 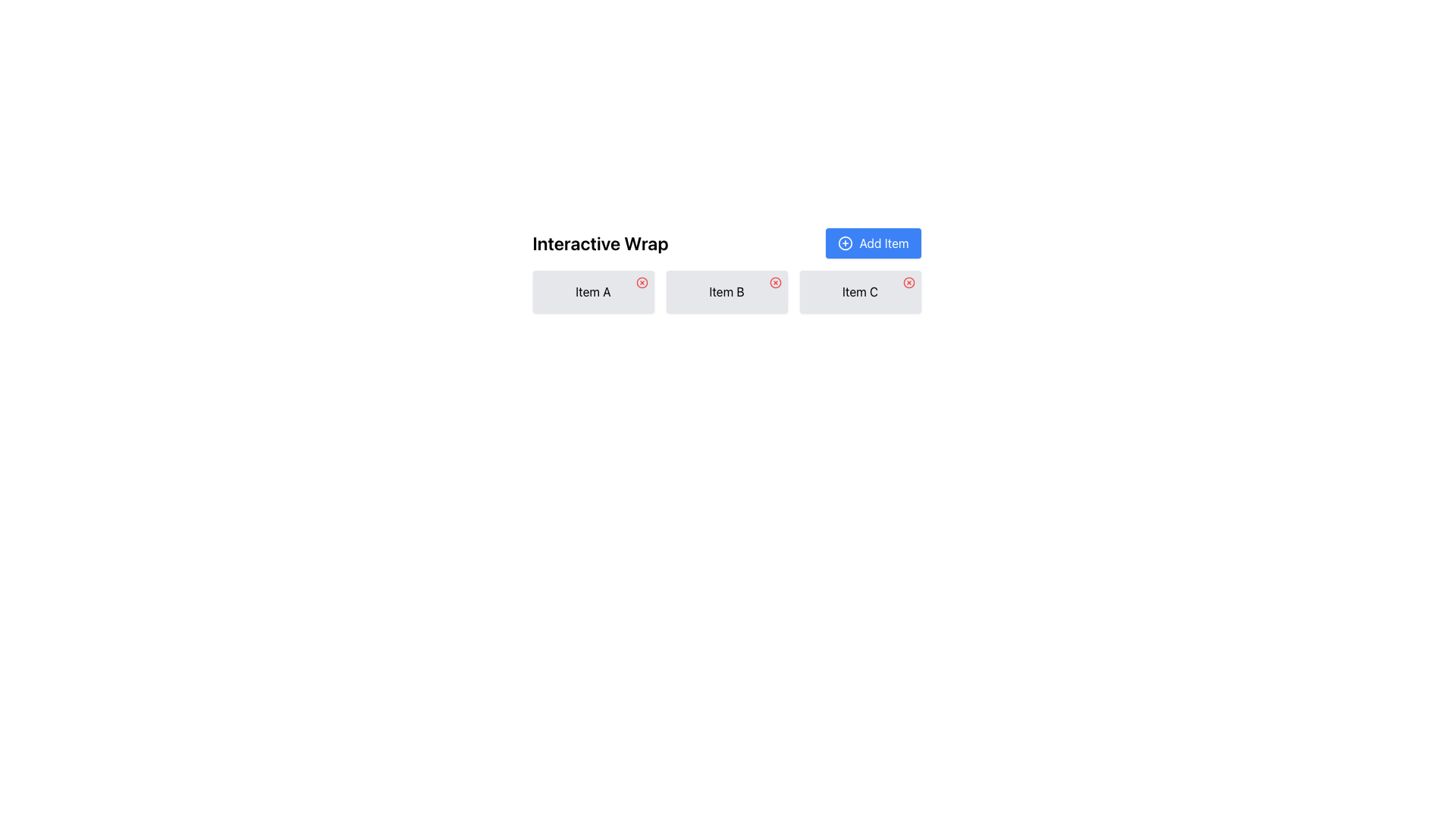 What do you see at coordinates (592, 292) in the screenshot?
I see `the text label element that displays 'Item A', which is prominently styled and located at the top of the gray rounded box` at bounding box center [592, 292].